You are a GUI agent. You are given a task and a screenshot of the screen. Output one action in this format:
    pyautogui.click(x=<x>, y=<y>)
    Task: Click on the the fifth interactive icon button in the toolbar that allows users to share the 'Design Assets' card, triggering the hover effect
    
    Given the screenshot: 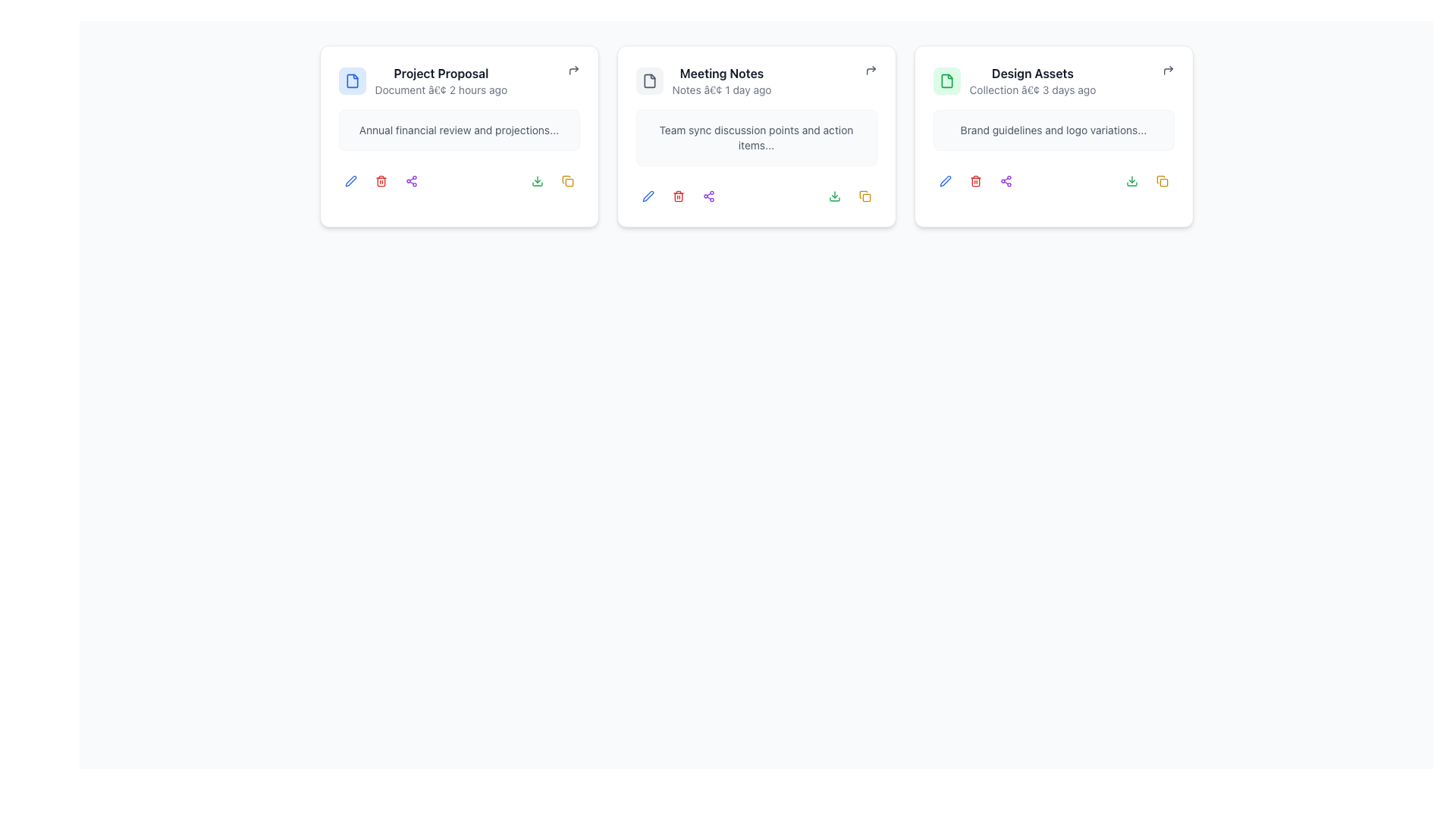 What is the action you would take?
    pyautogui.click(x=1006, y=180)
    